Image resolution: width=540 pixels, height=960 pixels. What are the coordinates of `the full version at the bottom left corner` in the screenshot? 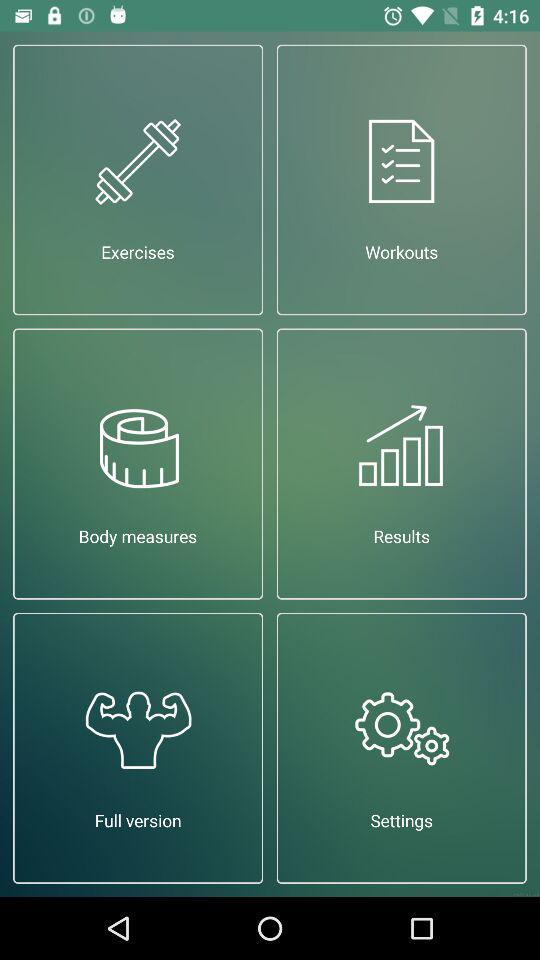 It's located at (137, 747).